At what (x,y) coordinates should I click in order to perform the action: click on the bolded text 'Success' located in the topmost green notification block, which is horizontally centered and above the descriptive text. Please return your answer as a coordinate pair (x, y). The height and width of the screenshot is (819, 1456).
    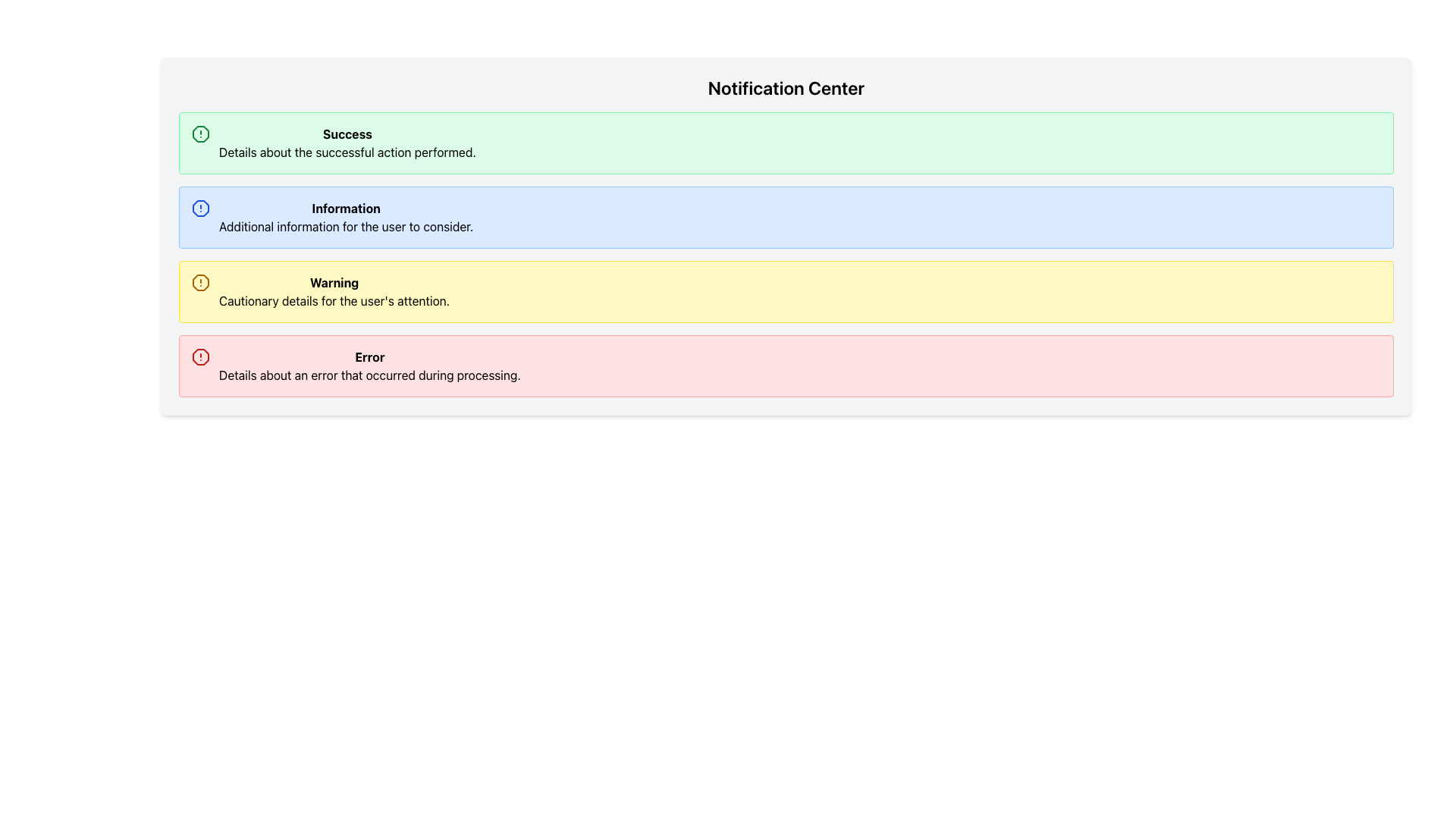
    Looking at the image, I should click on (347, 133).